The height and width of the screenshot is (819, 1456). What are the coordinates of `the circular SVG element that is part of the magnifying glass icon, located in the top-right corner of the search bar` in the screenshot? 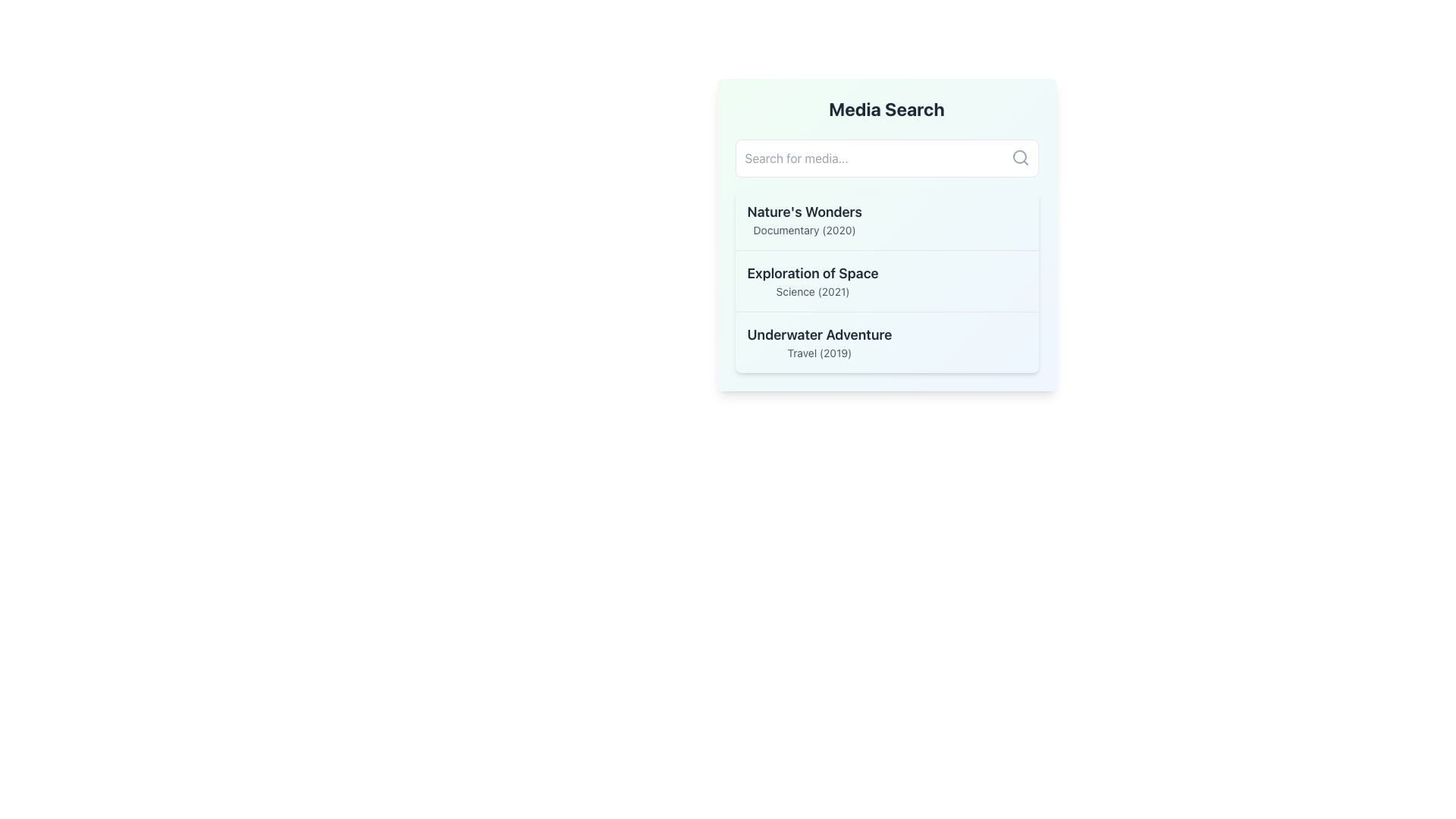 It's located at (1019, 157).